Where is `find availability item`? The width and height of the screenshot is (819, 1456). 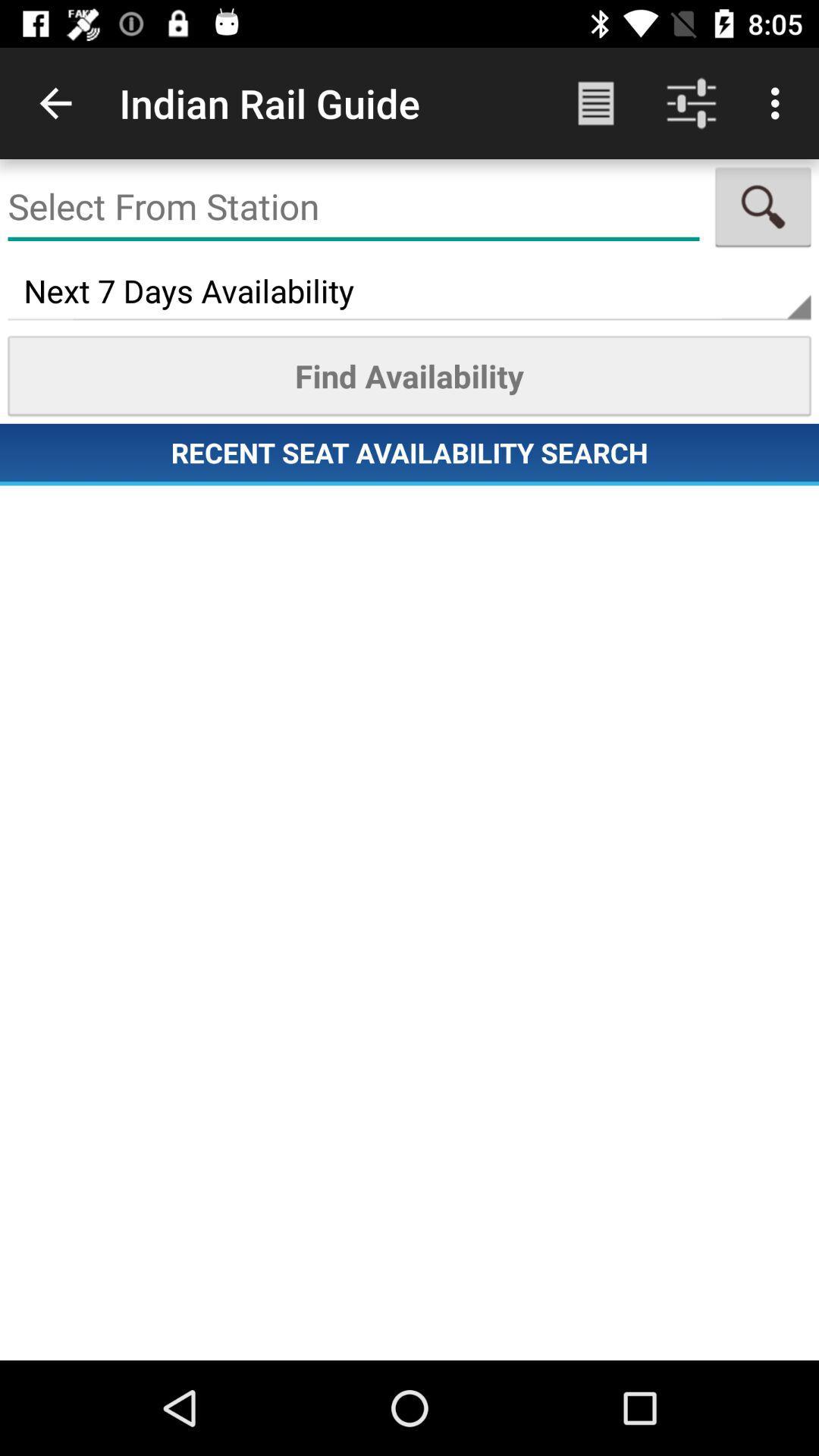 find availability item is located at coordinates (409, 375).